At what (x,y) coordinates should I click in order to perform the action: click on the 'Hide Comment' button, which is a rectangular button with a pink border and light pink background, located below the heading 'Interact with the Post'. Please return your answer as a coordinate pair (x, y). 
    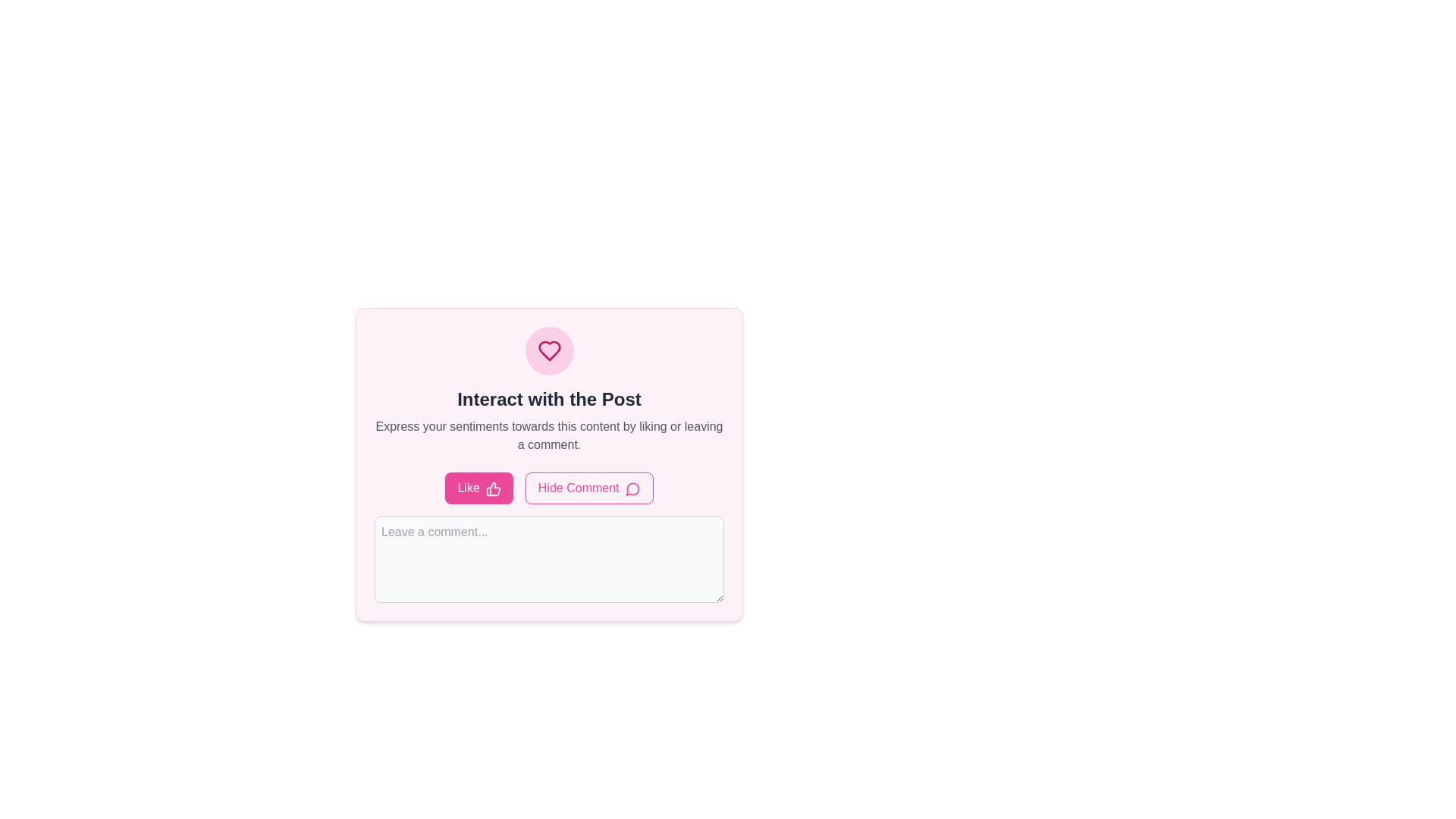
    Looking at the image, I should click on (588, 488).